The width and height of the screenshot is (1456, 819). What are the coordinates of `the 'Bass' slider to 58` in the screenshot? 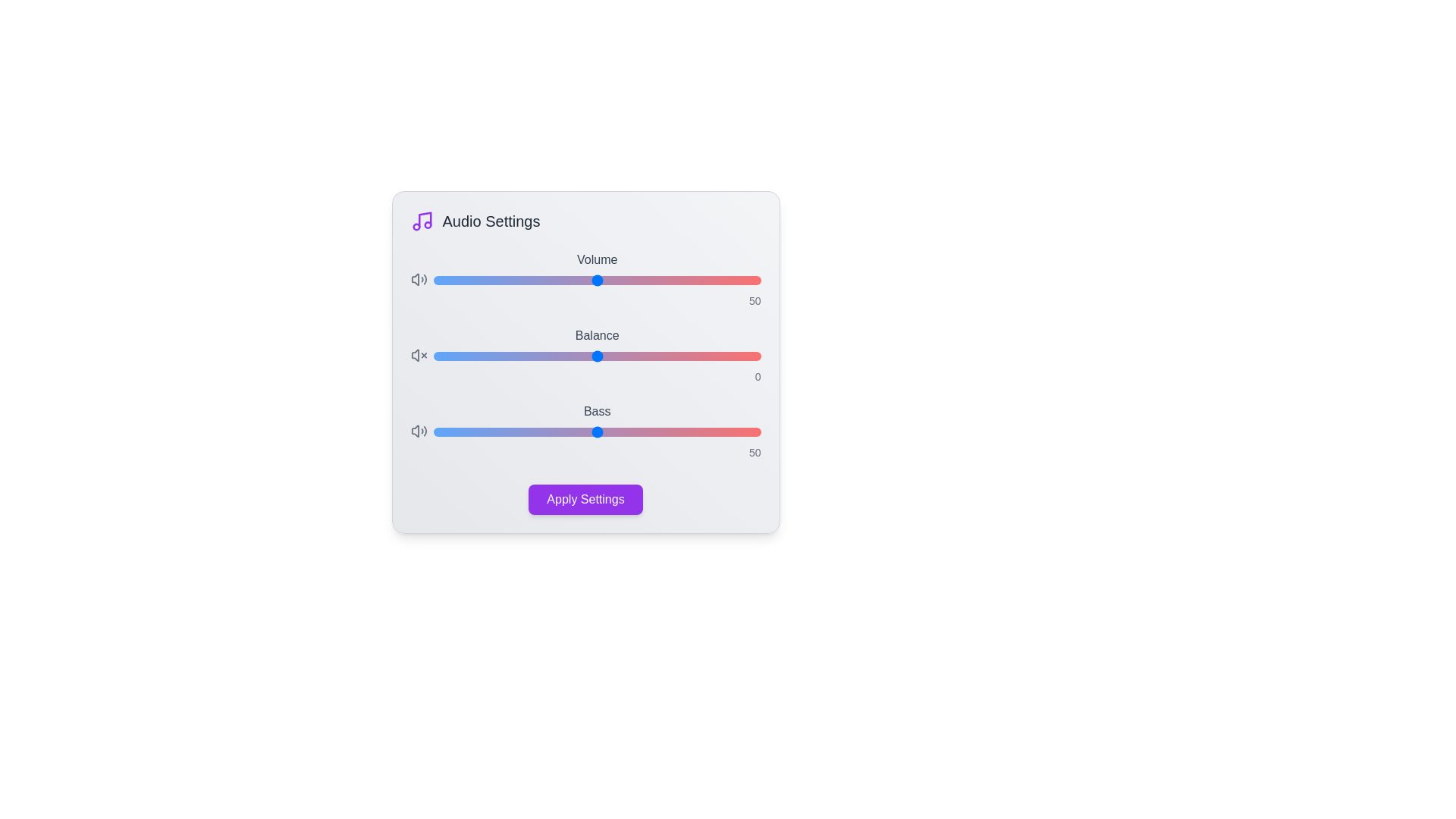 It's located at (623, 432).